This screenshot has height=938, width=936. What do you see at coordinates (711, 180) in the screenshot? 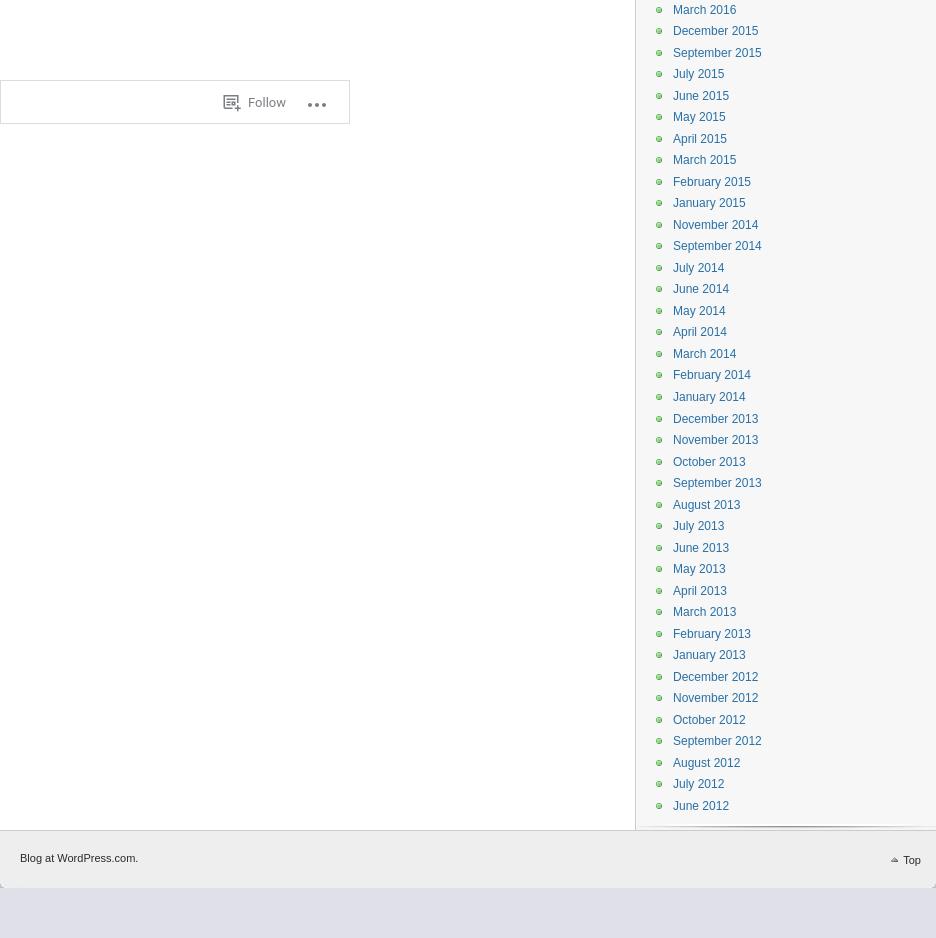
I see `'February 2015'` at bounding box center [711, 180].